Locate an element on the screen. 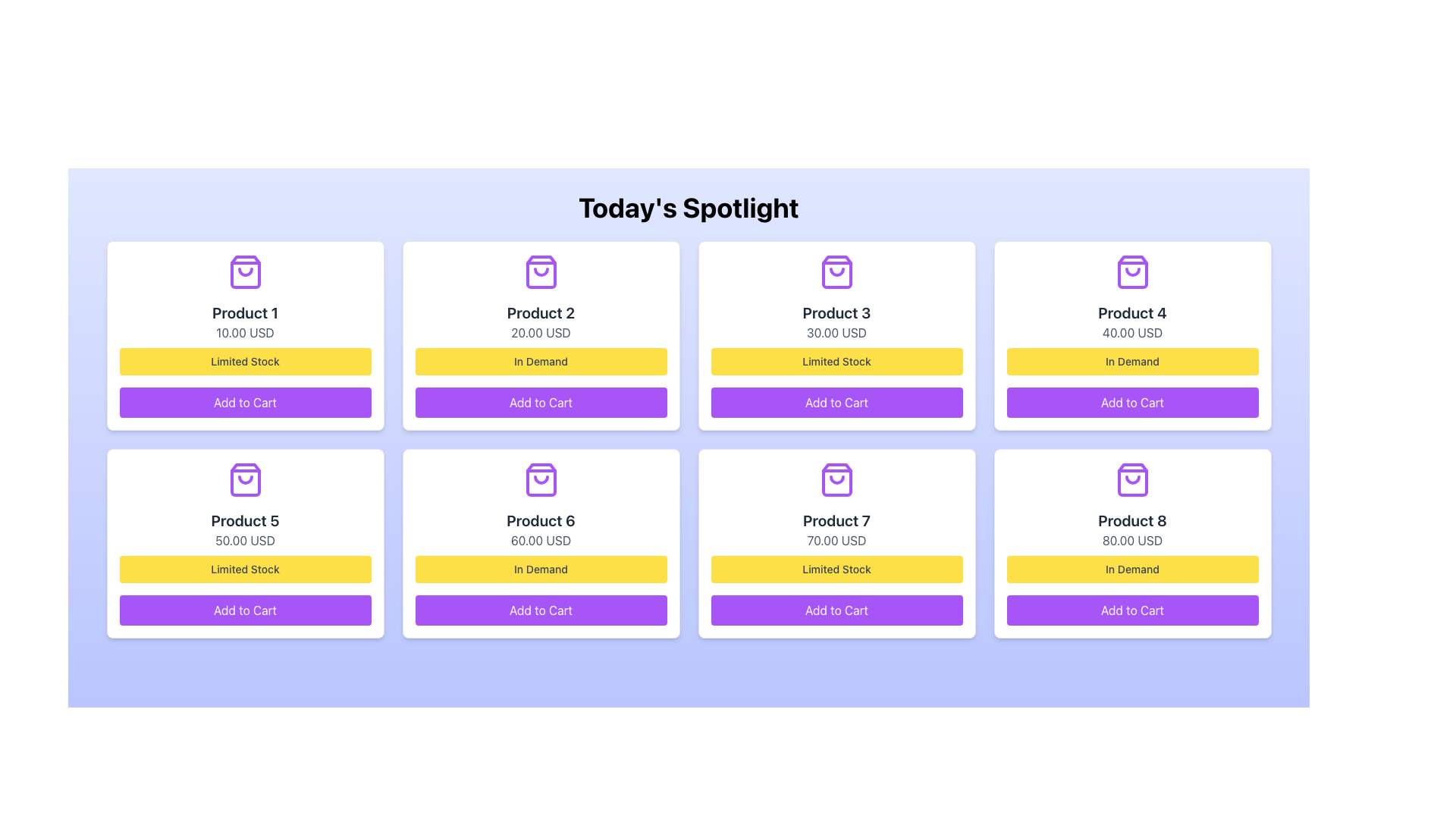  the purple shopping bag icon located at the top-center of the 'Product 8' card in the lower-right corner of the grid is located at coordinates (1132, 479).